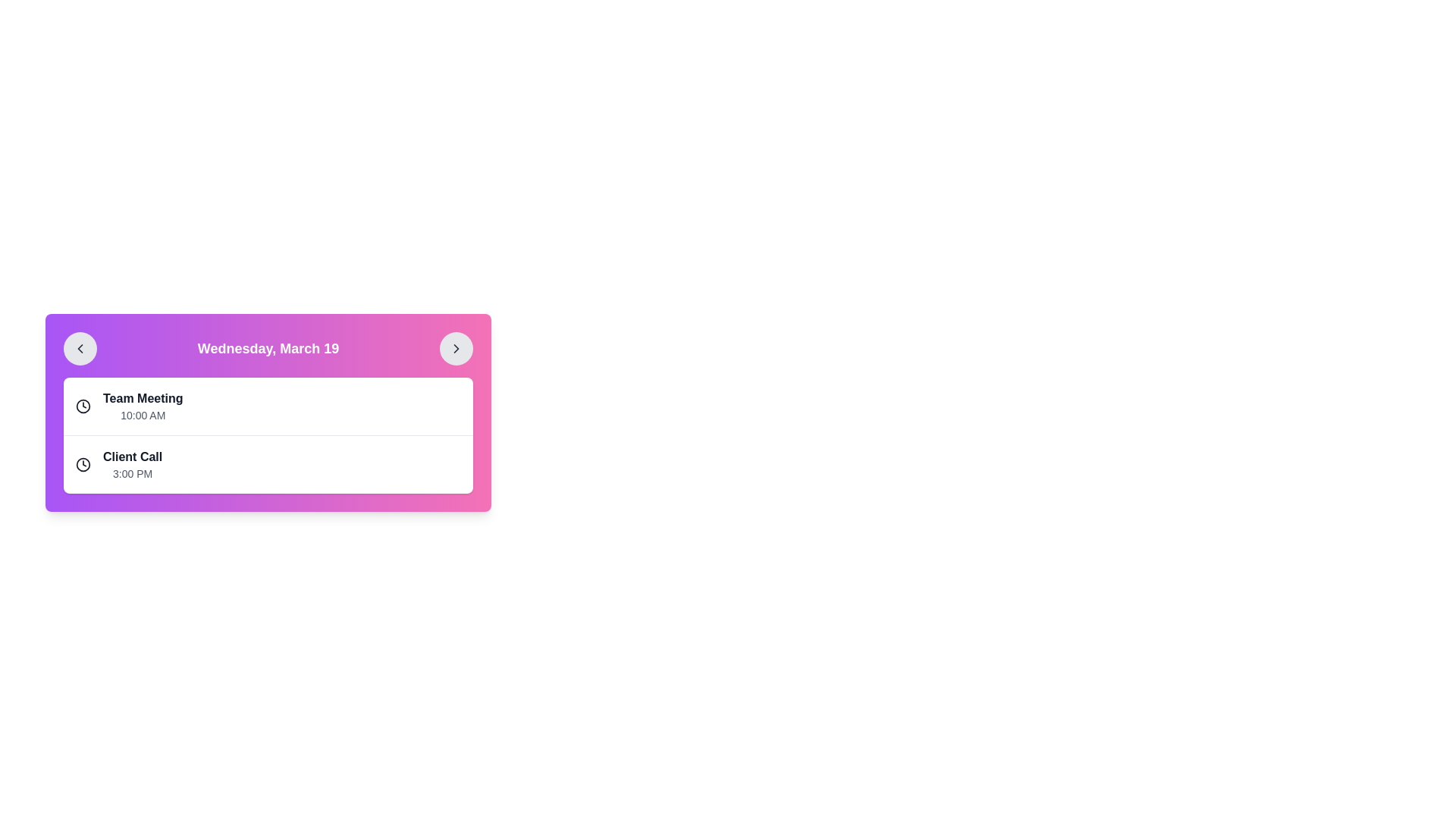 This screenshot has height=819, width=1456. I want to click on the text label displaying 'Client Call' in bold and '3:00 PM' in gray, which is the second item below the heading 'Wednesday, March 19', so click(133, 464).